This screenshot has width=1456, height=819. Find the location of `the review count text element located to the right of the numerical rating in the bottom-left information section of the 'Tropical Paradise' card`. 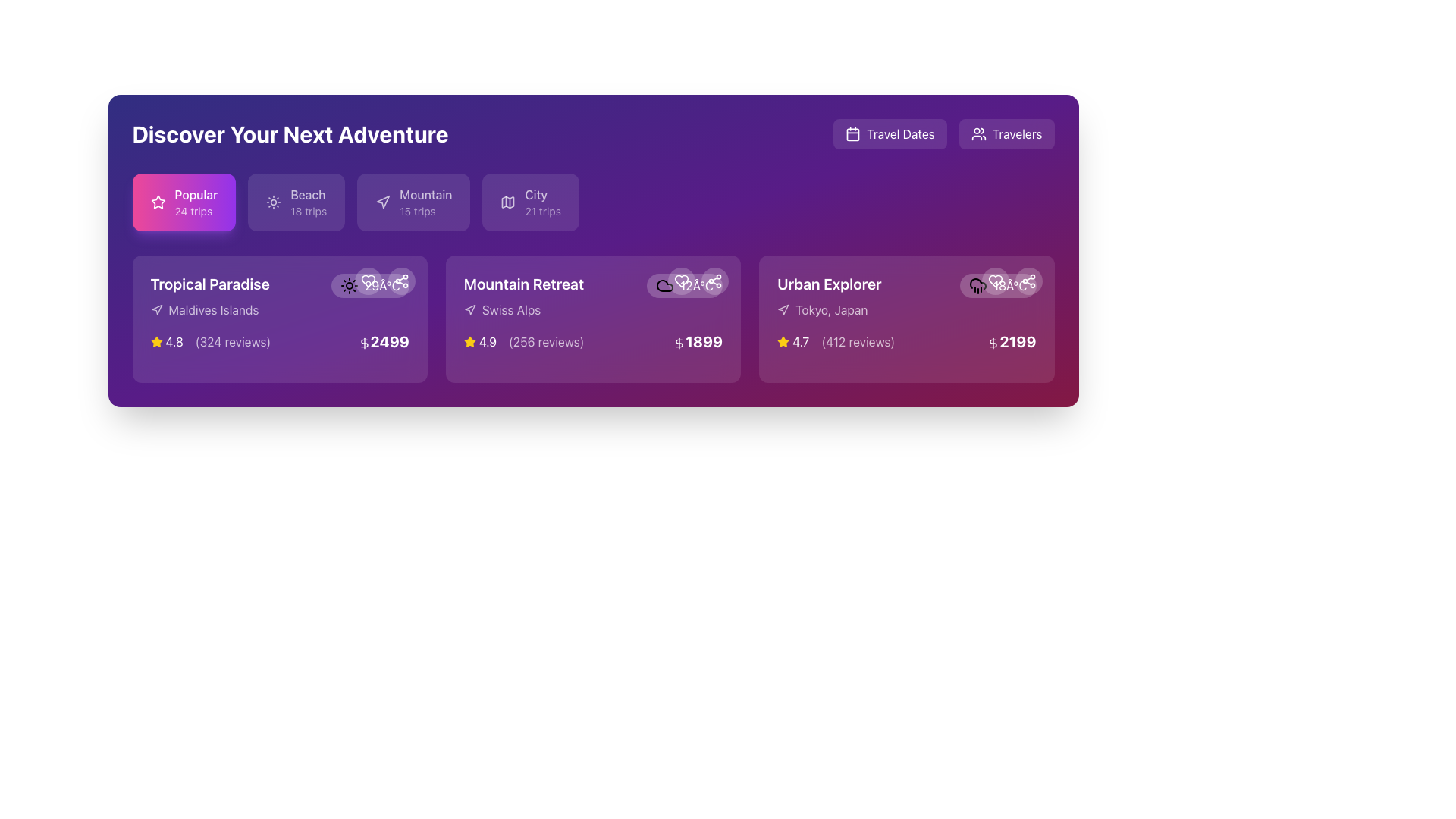

the review count text element located to the right of the numerical rating in the bottom-left information section of the 'Tropical Paradise' card is located at coordinates (232, 342).